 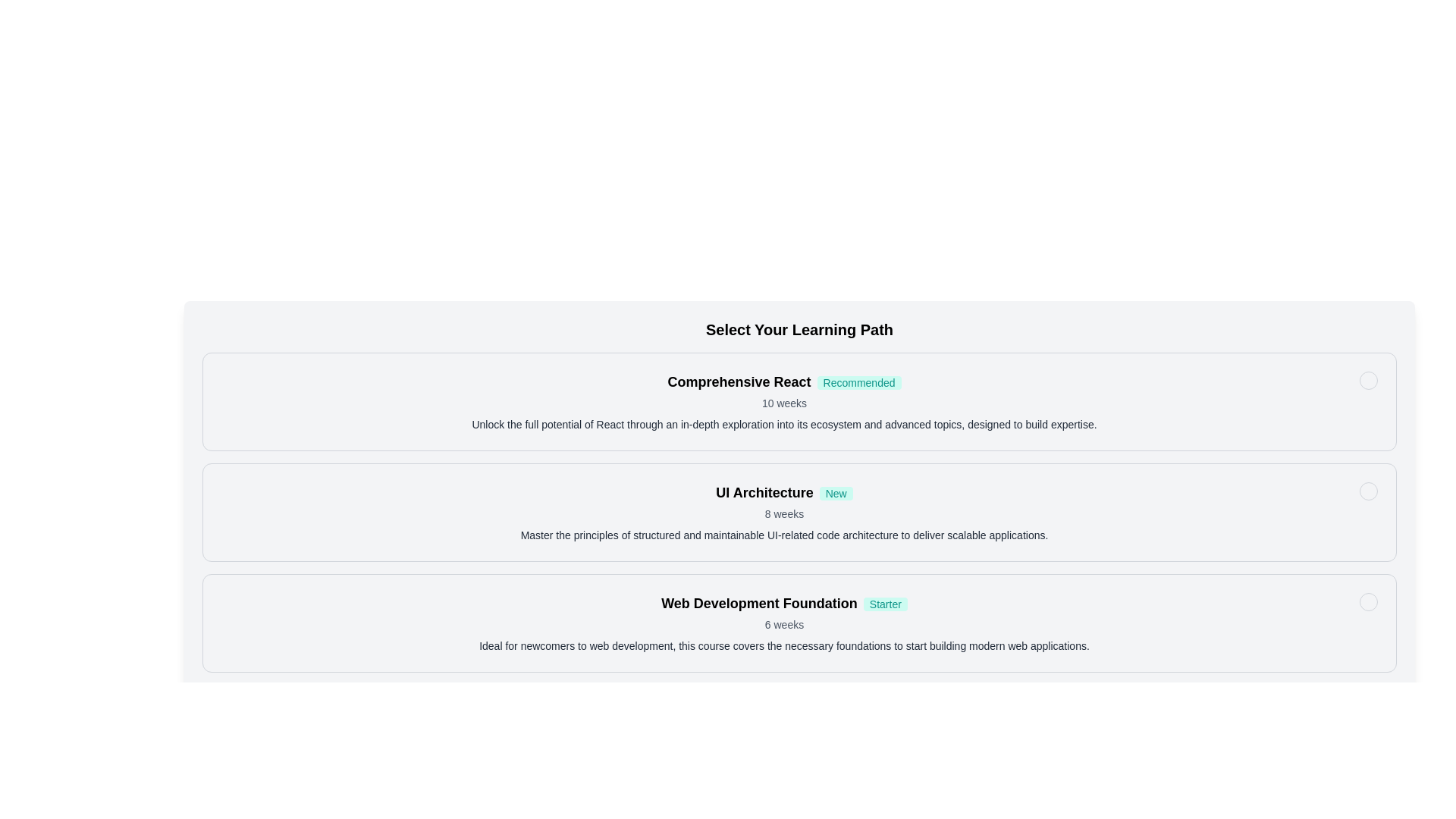 What do you see at coordinates (784, 623) in the screenshot?
I see `the descriptive informational card located at the bottommost section of the course selection page` at bounding box center [784, 623].